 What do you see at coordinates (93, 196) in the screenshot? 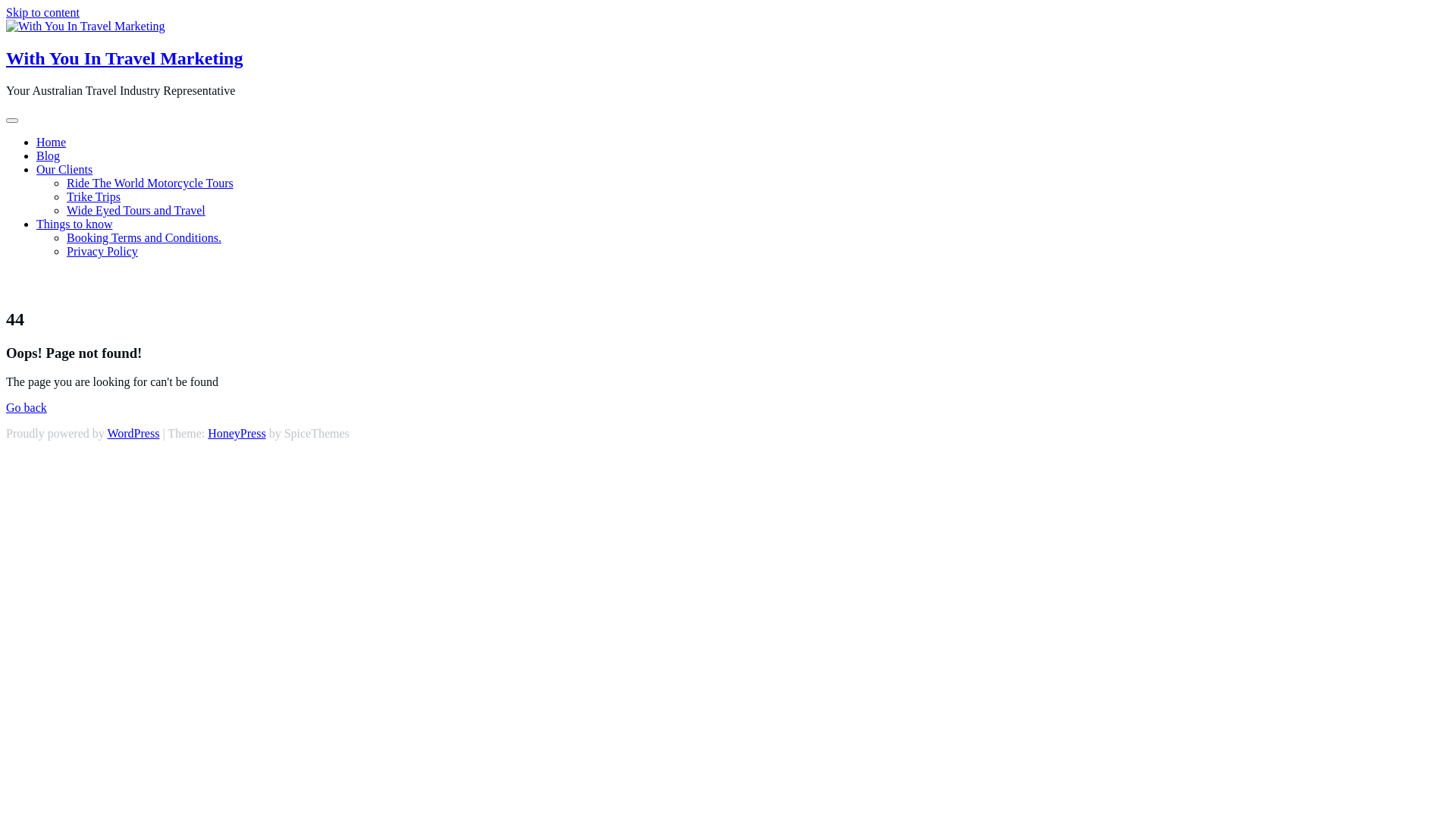
I see `'Trike Trips'` at bounding box center [93, 196].